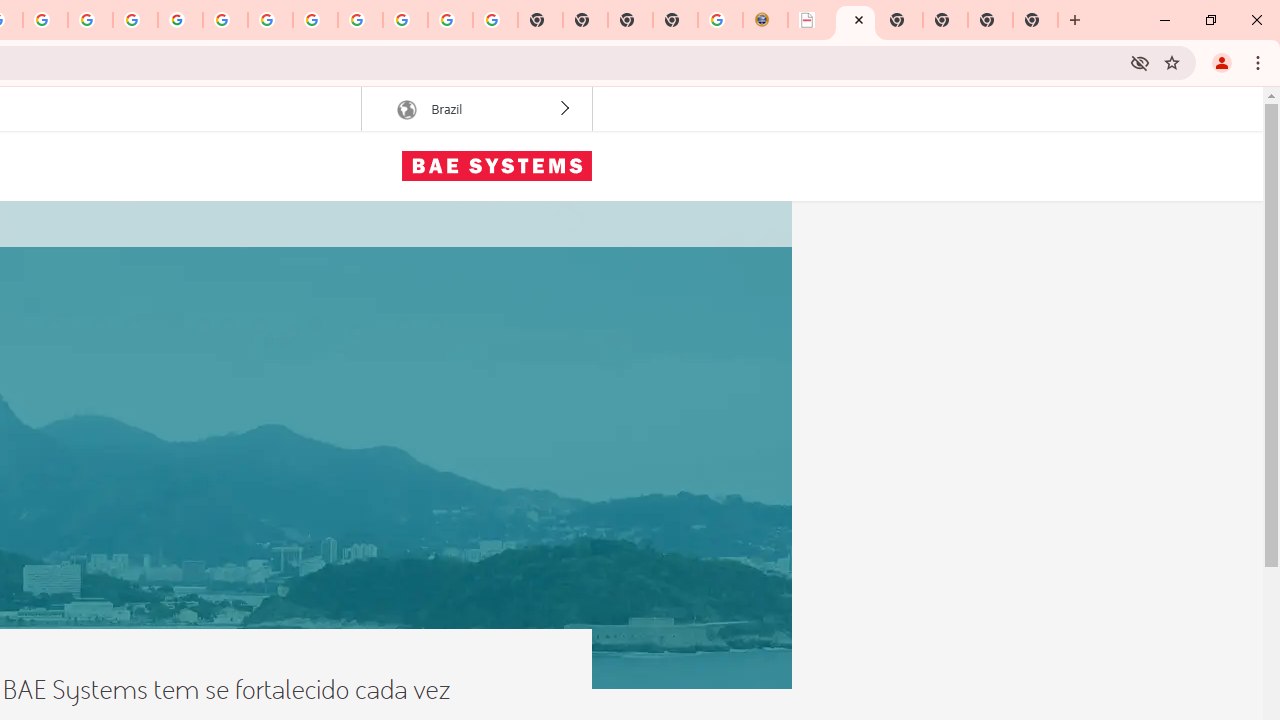 The width and height of the screenshot is (1280, 720). What do you see at coordinates (495, 20) in the screenshot?
I see `'Google Images'` at bounding box center [495, 20].